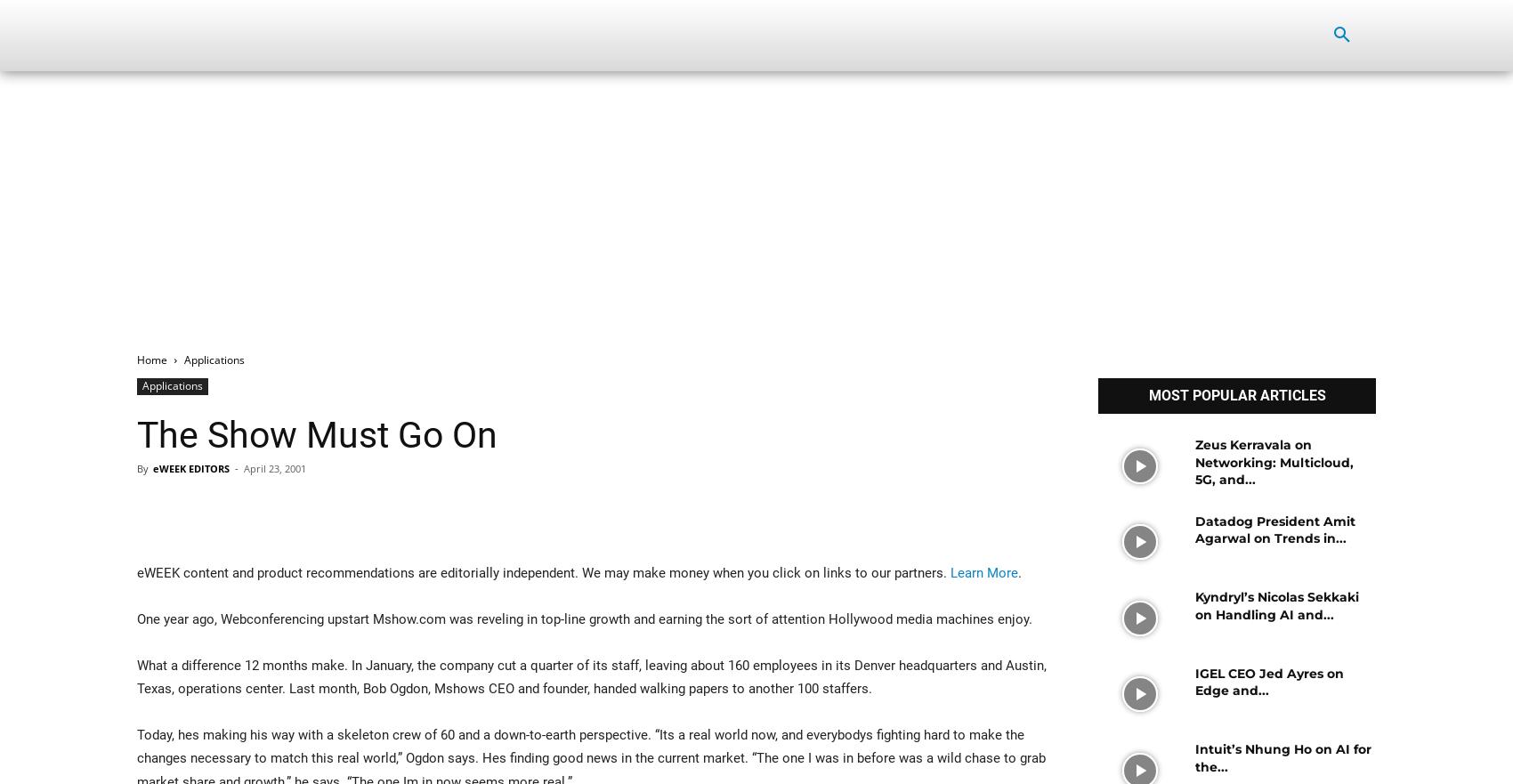 Image resolution: width=1513 pixels, height=784 pixels. Describe the element at coordinates (151, 360) in the screenshot. I see `'Home'` at that location.